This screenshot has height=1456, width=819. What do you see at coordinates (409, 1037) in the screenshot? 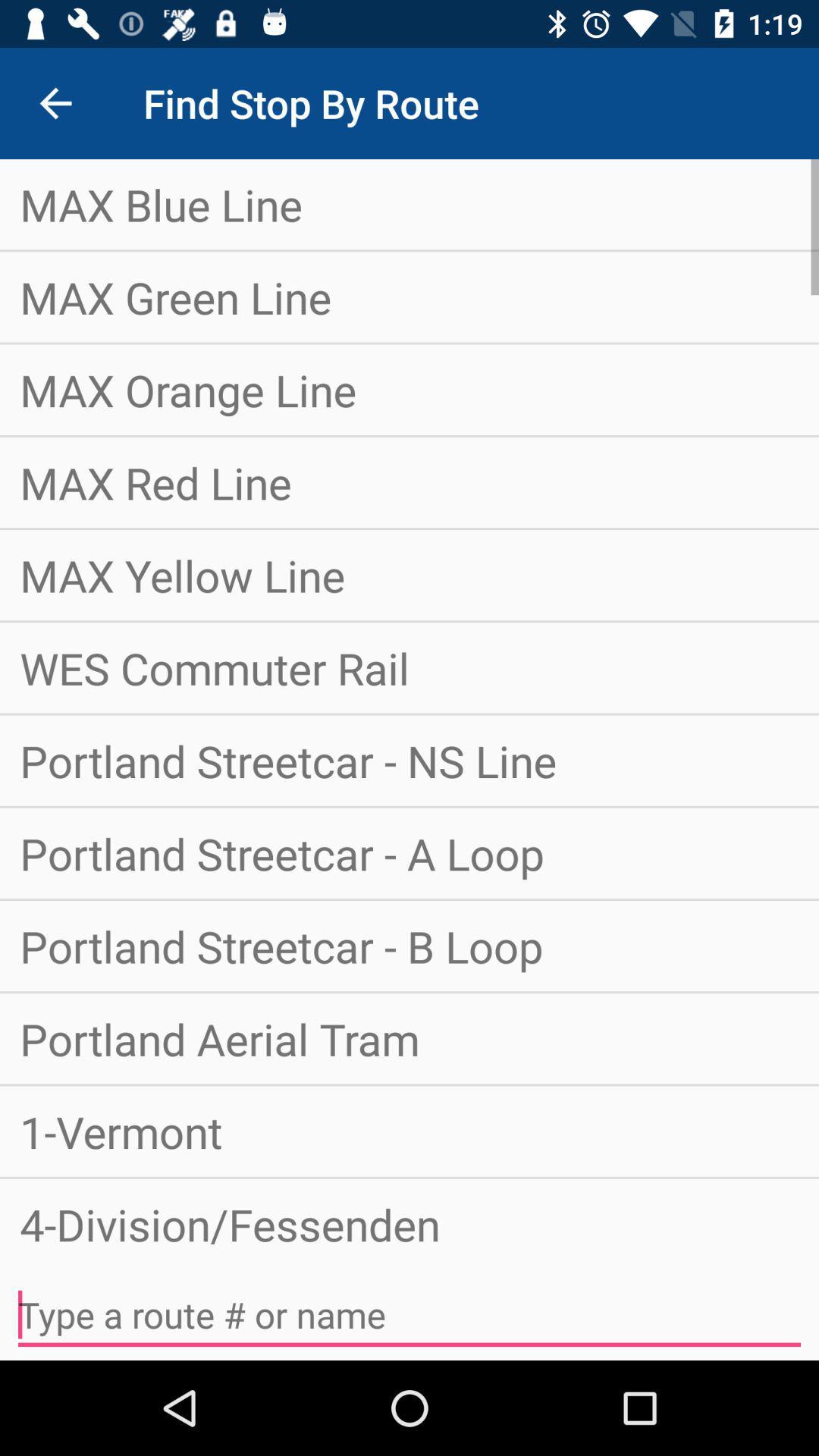
I see `portland aerial tram icon` at bounding box center [409, 1037].